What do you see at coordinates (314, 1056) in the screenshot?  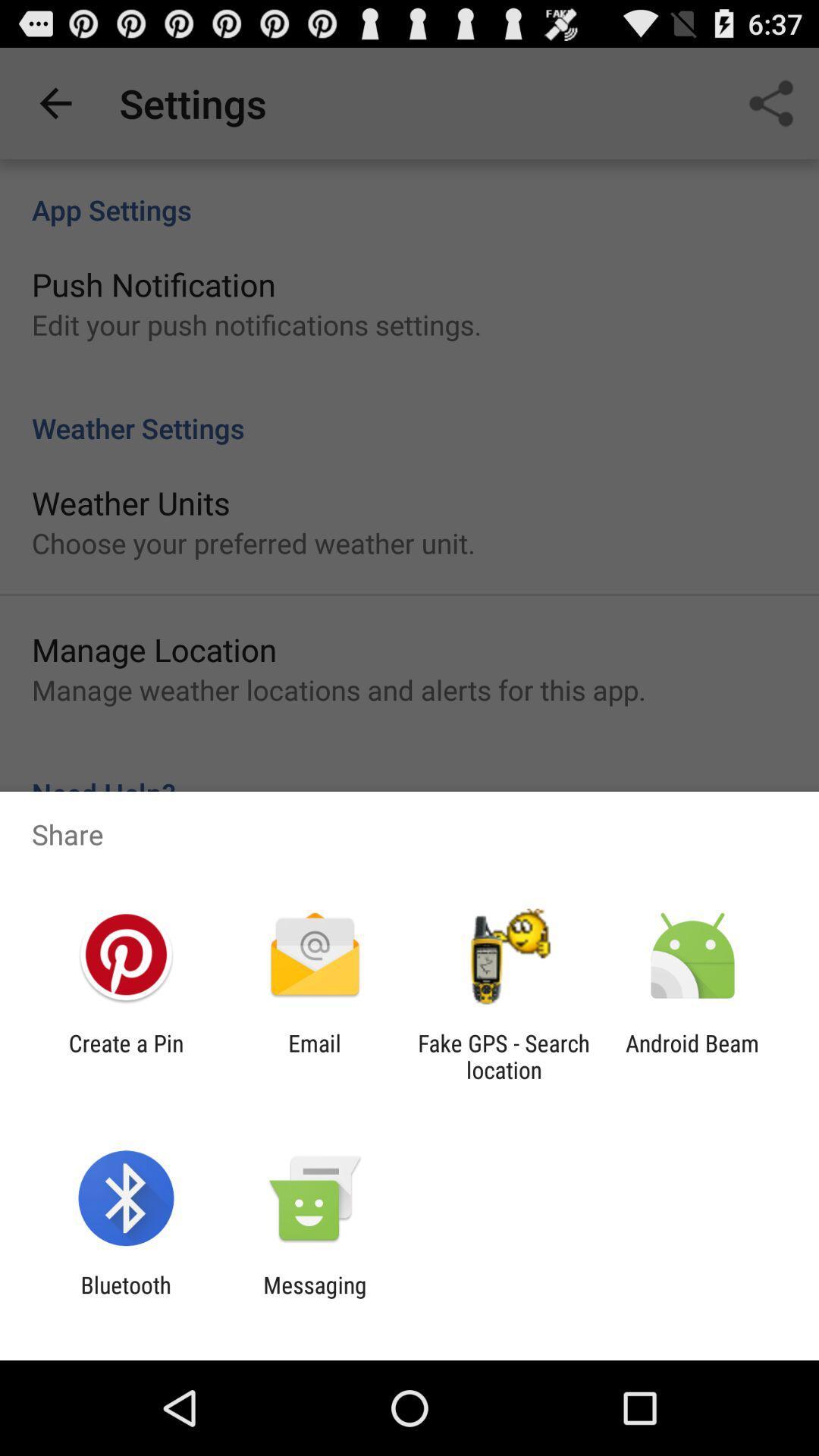 I see `the icon next to the fake gps search app` at bounding box center [314, 1056].